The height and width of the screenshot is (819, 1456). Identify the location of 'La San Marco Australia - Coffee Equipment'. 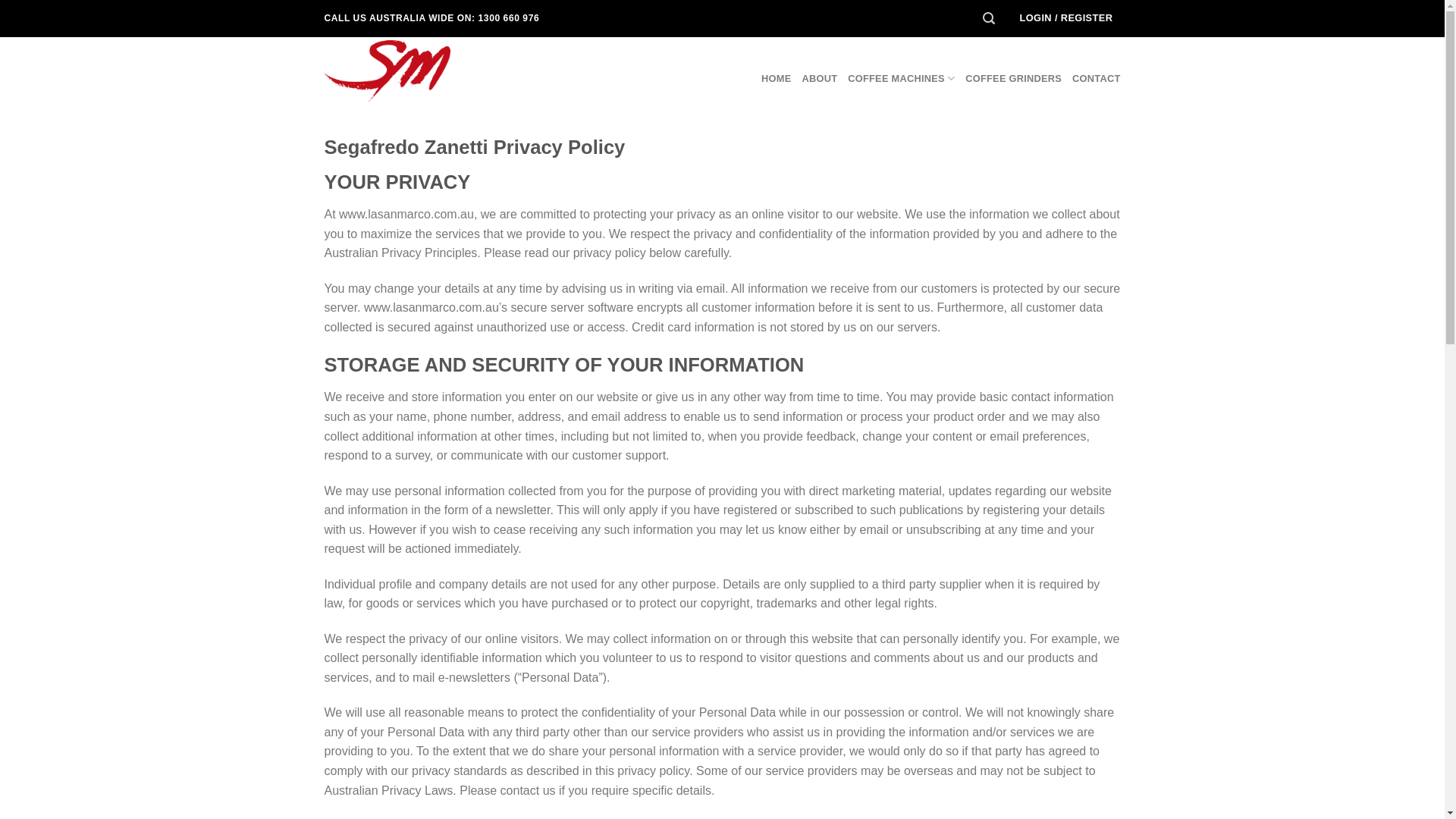
(400, 71).